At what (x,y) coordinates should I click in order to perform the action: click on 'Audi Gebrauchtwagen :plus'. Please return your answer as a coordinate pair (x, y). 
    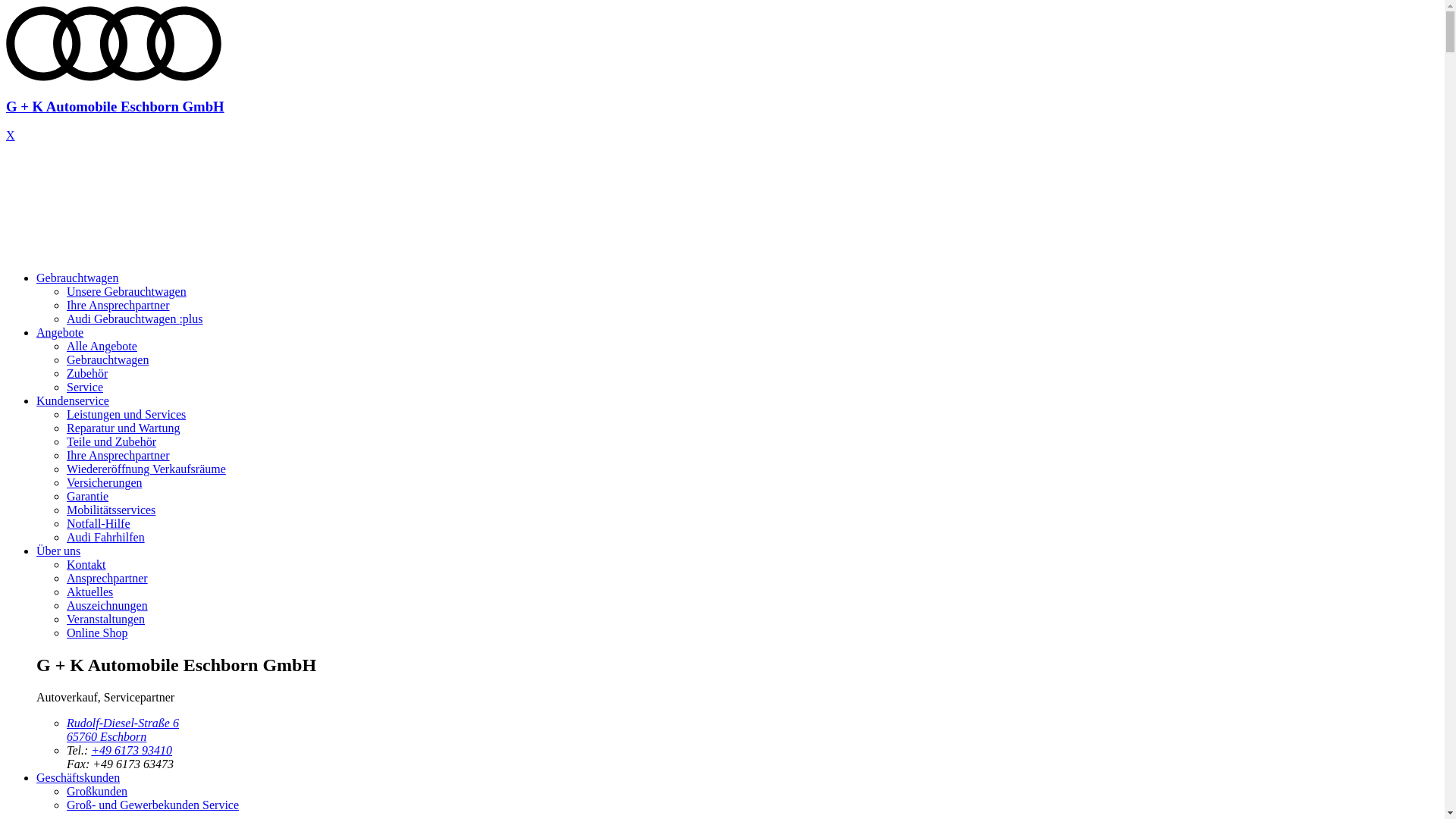
    Looking at the image, I should click on (134, 318).